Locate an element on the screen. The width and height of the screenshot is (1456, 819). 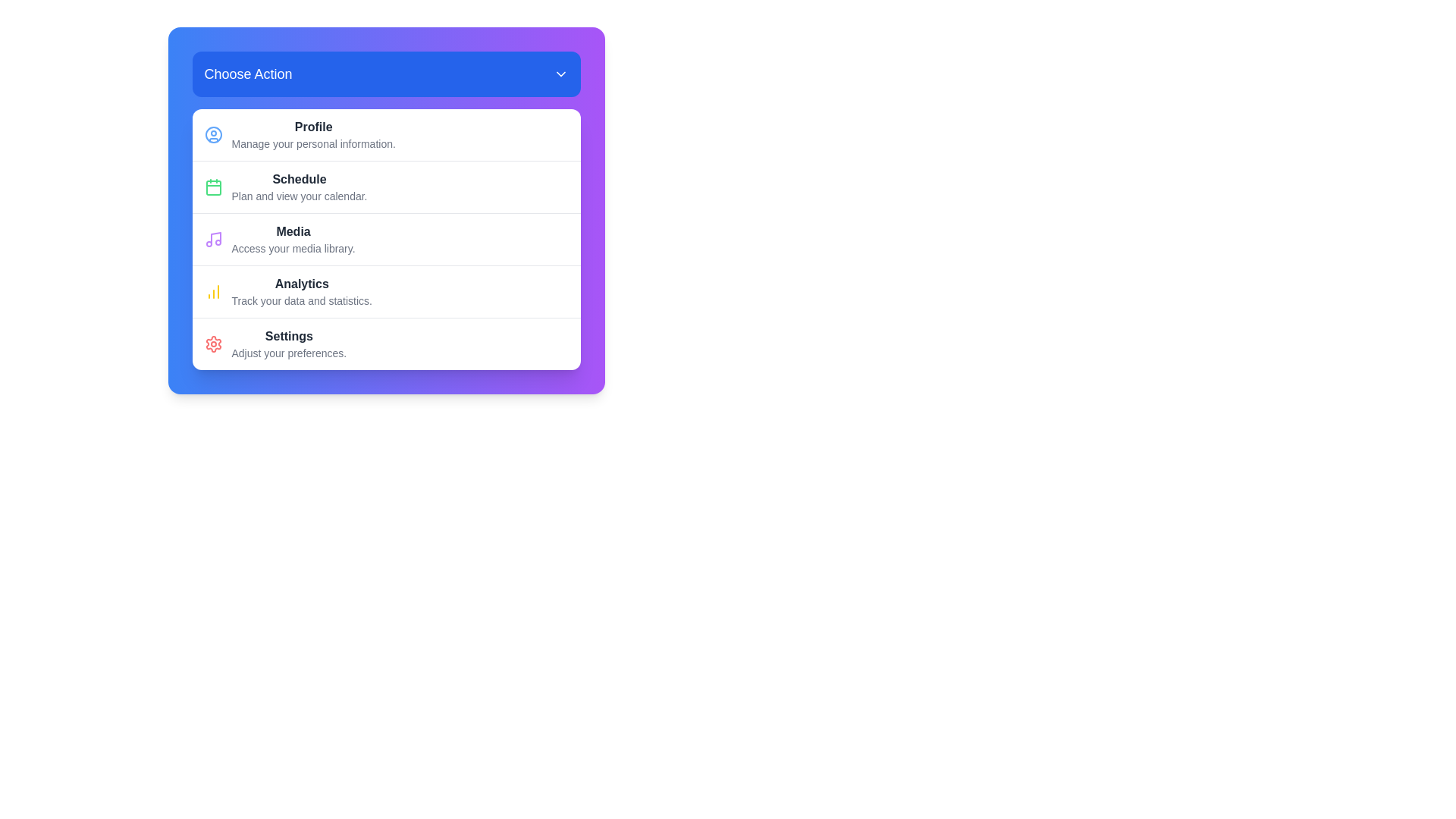
the Dropdown Button, which is the first interactive component in its section is located at coordinates (386, 74).